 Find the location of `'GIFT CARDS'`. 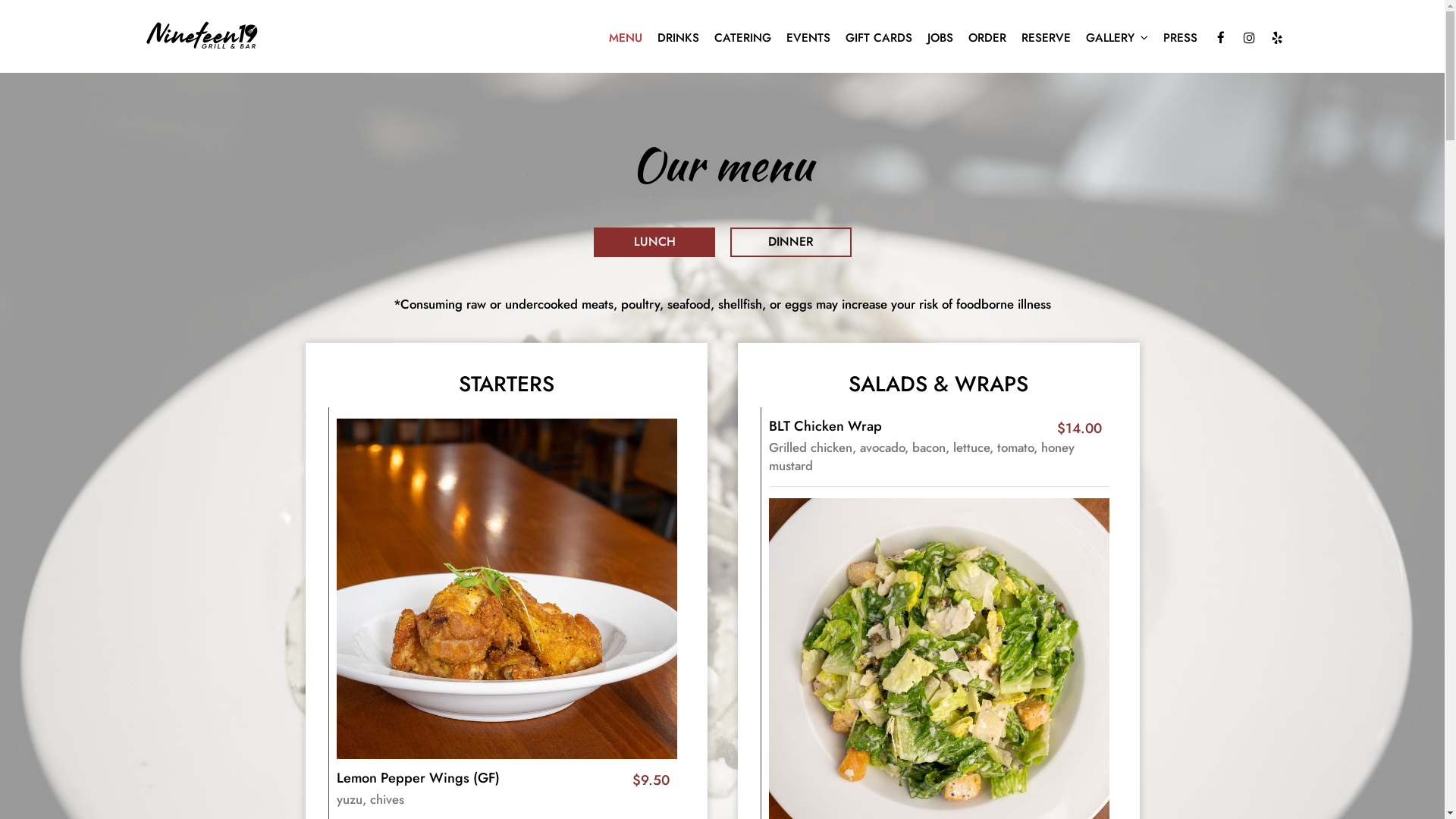

'GIFT CARDS' is located at coordinates (877, 37).